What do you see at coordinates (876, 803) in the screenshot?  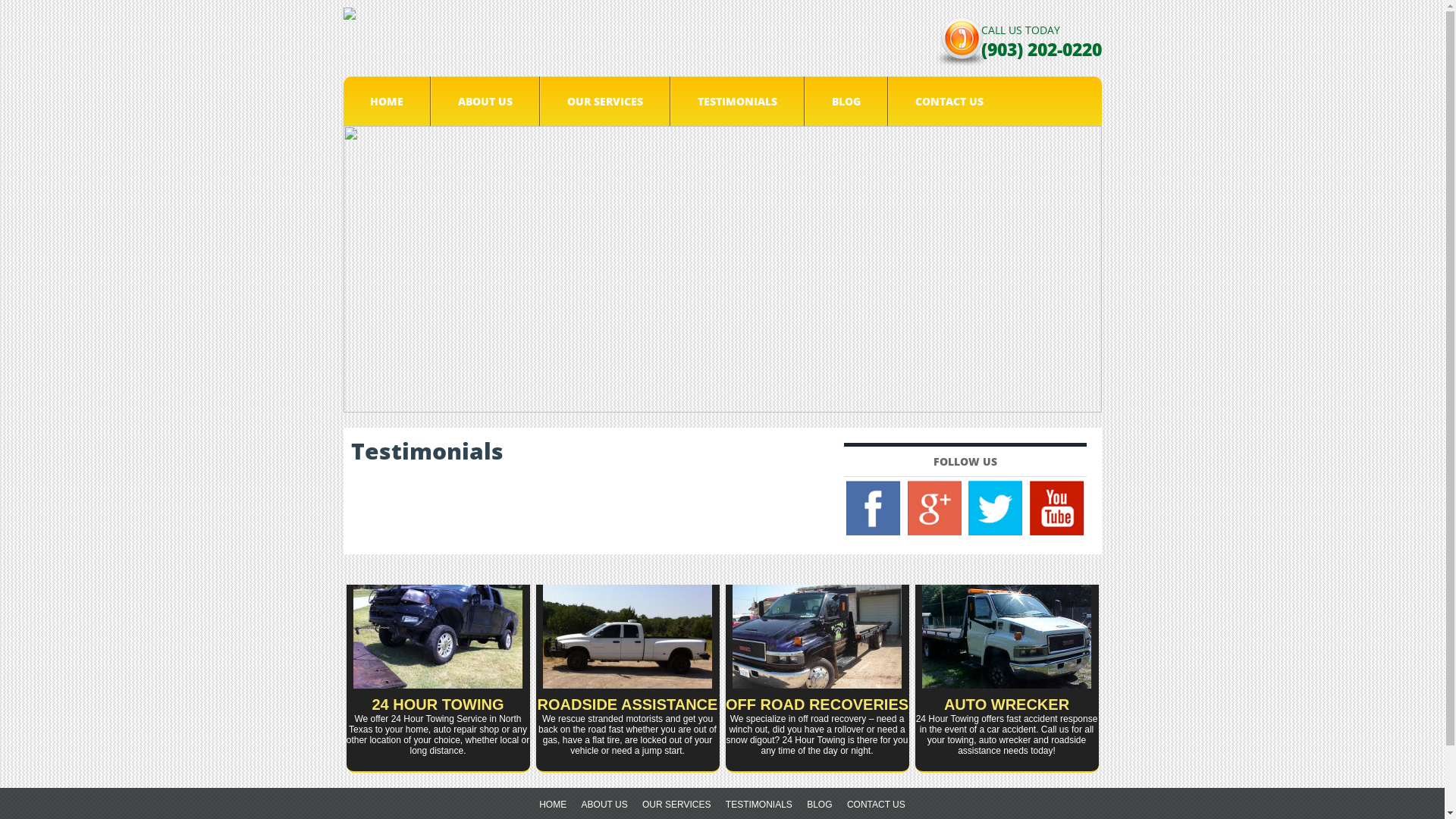 I see `'CONTACT US'` at bounding box center [876, 803].